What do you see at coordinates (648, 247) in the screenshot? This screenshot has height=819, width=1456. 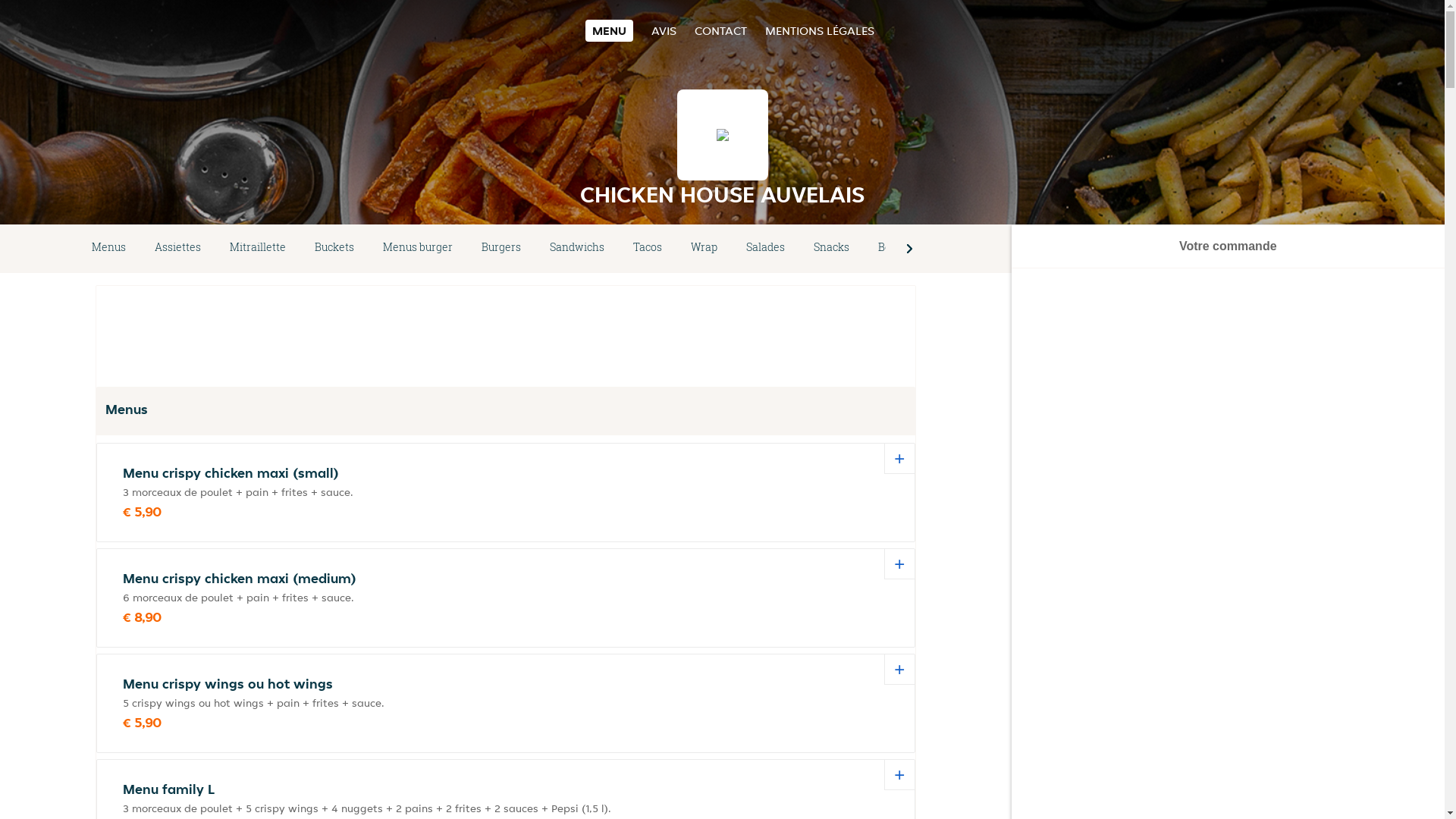 I see `'Tacos'` at bounding box center [648, 247].